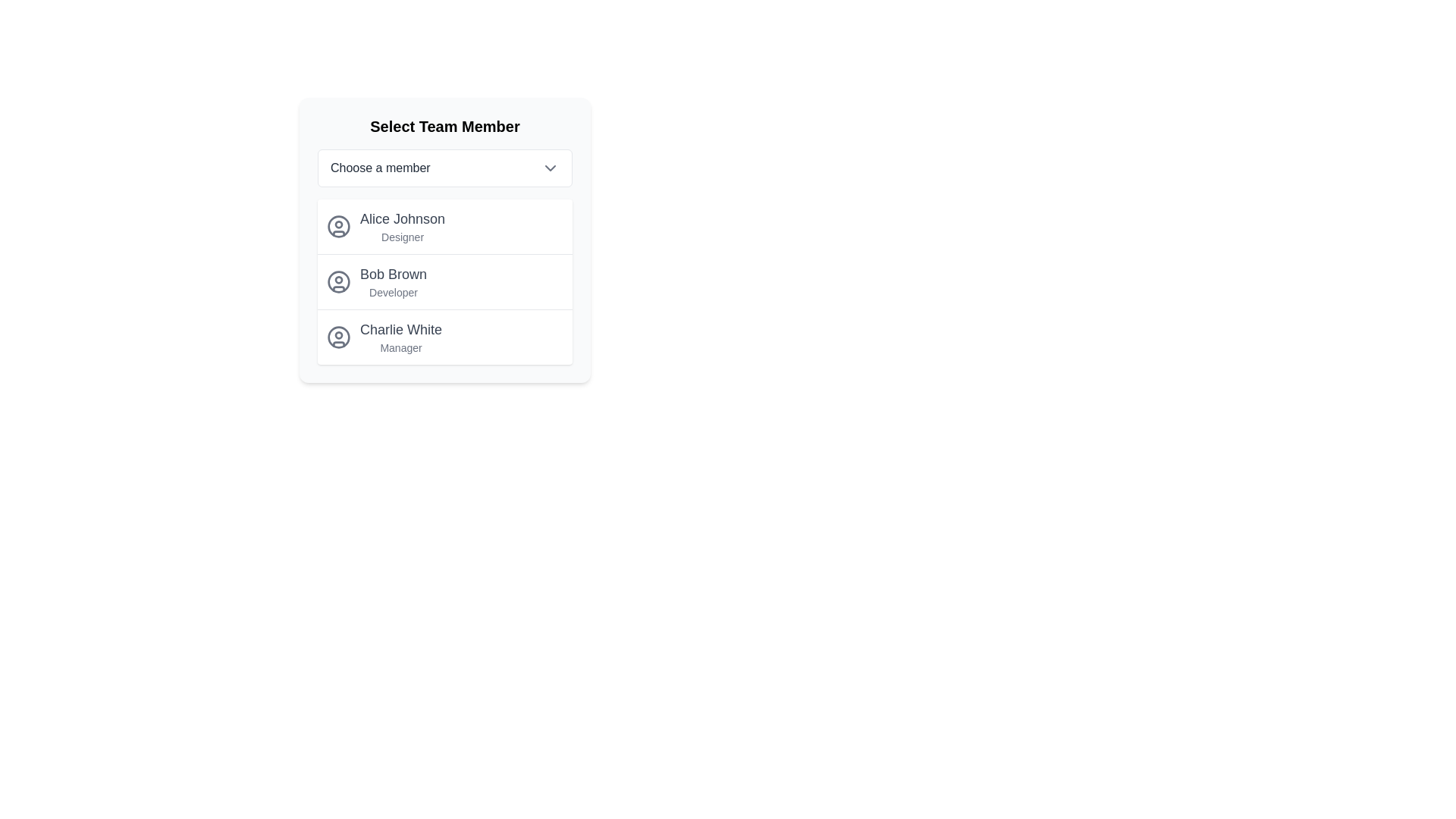  What do you see at coordinates (400, 336) in the screenshot?
I see `the third entry in the member selection interface, which combines a name and title for identifying team members, located under the heading 'Select Team Member.'` at bounding box center [400, 336].